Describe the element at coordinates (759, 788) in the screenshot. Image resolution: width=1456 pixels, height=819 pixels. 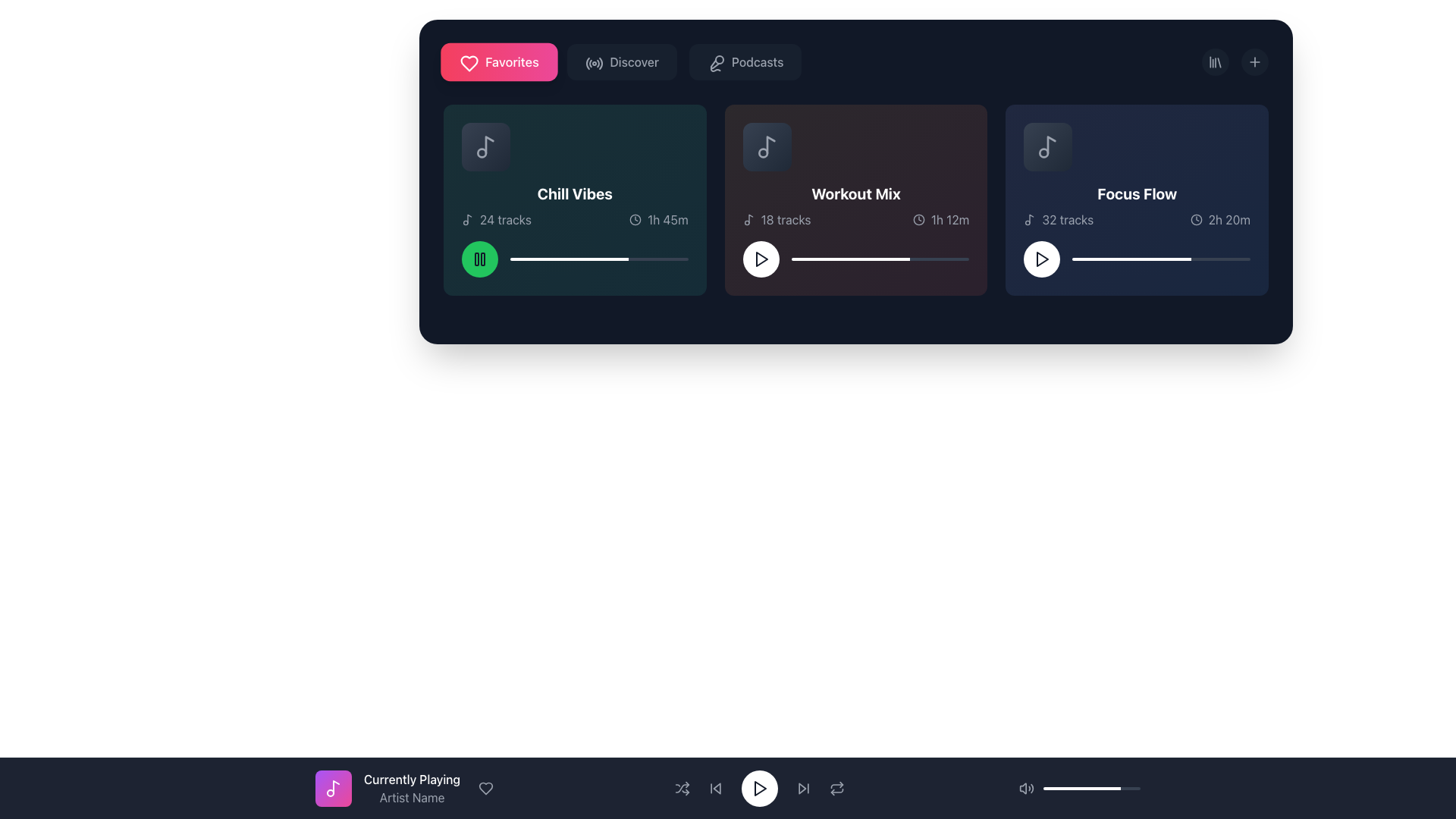
I see `the play icon button, which is a triangle pointing to the right, located in the center of the bottom navigation bar to play` at that location.